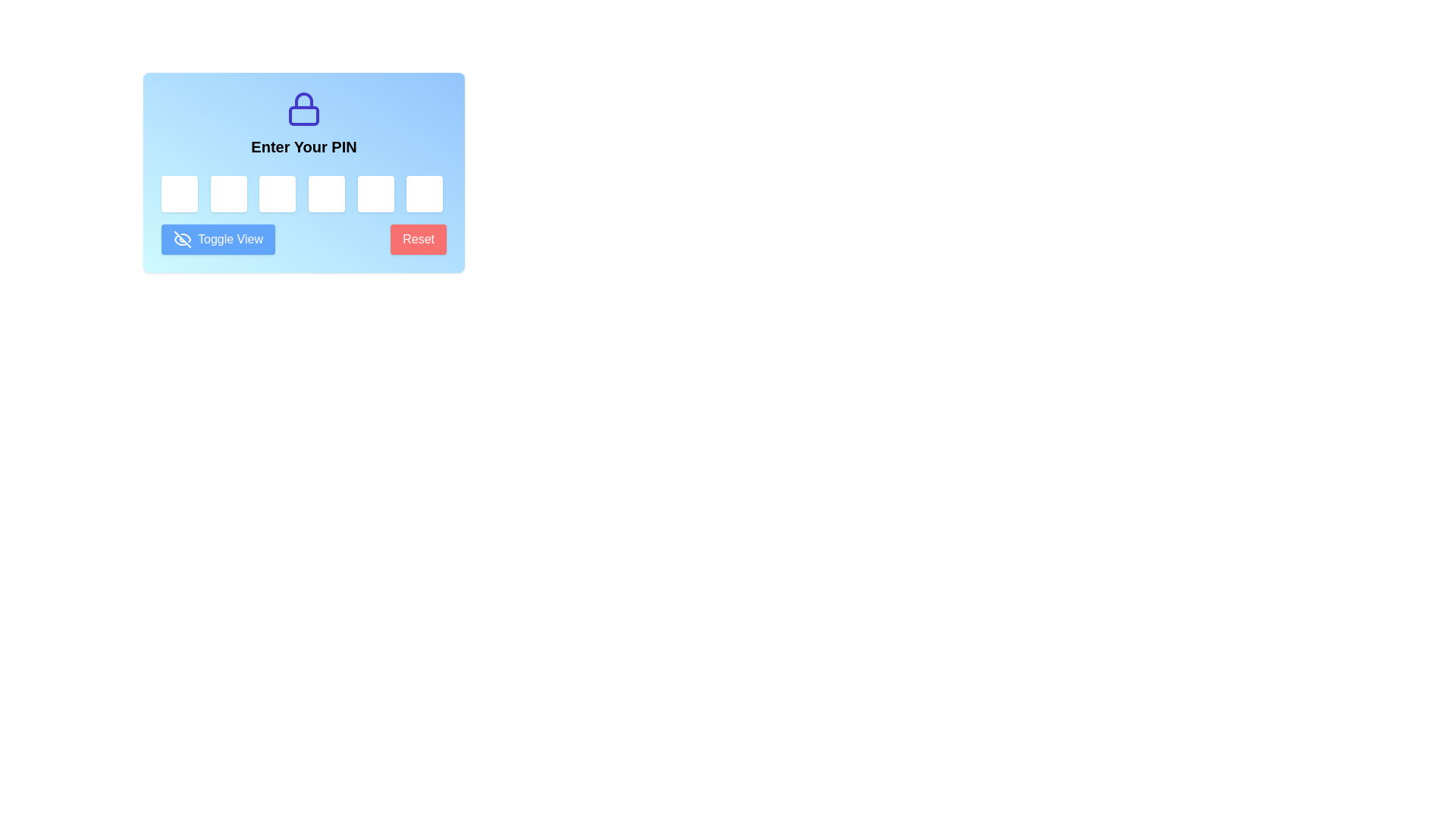  What do you see at coordinates (303, 239) in the screenshot?
I see `the spacer element located centrally beneath the six PIN input fields, which acts as a separator between the 'Toggle View' and 'Reset' buttons` at bounding box center [303, 239].